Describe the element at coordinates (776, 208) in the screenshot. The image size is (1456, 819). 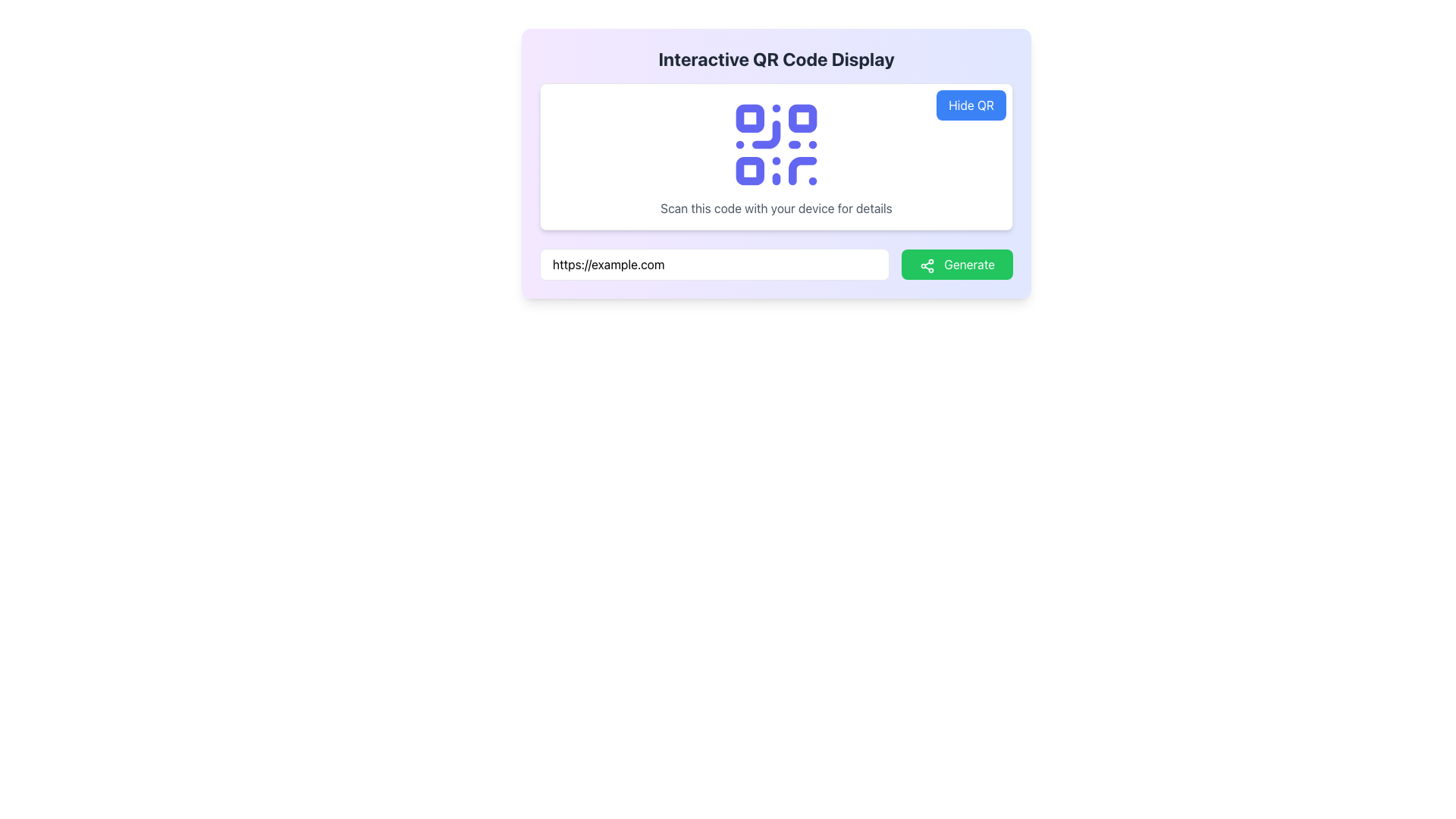
I see `the instruction Text label that directs users to scan the QR code above it` at that location.